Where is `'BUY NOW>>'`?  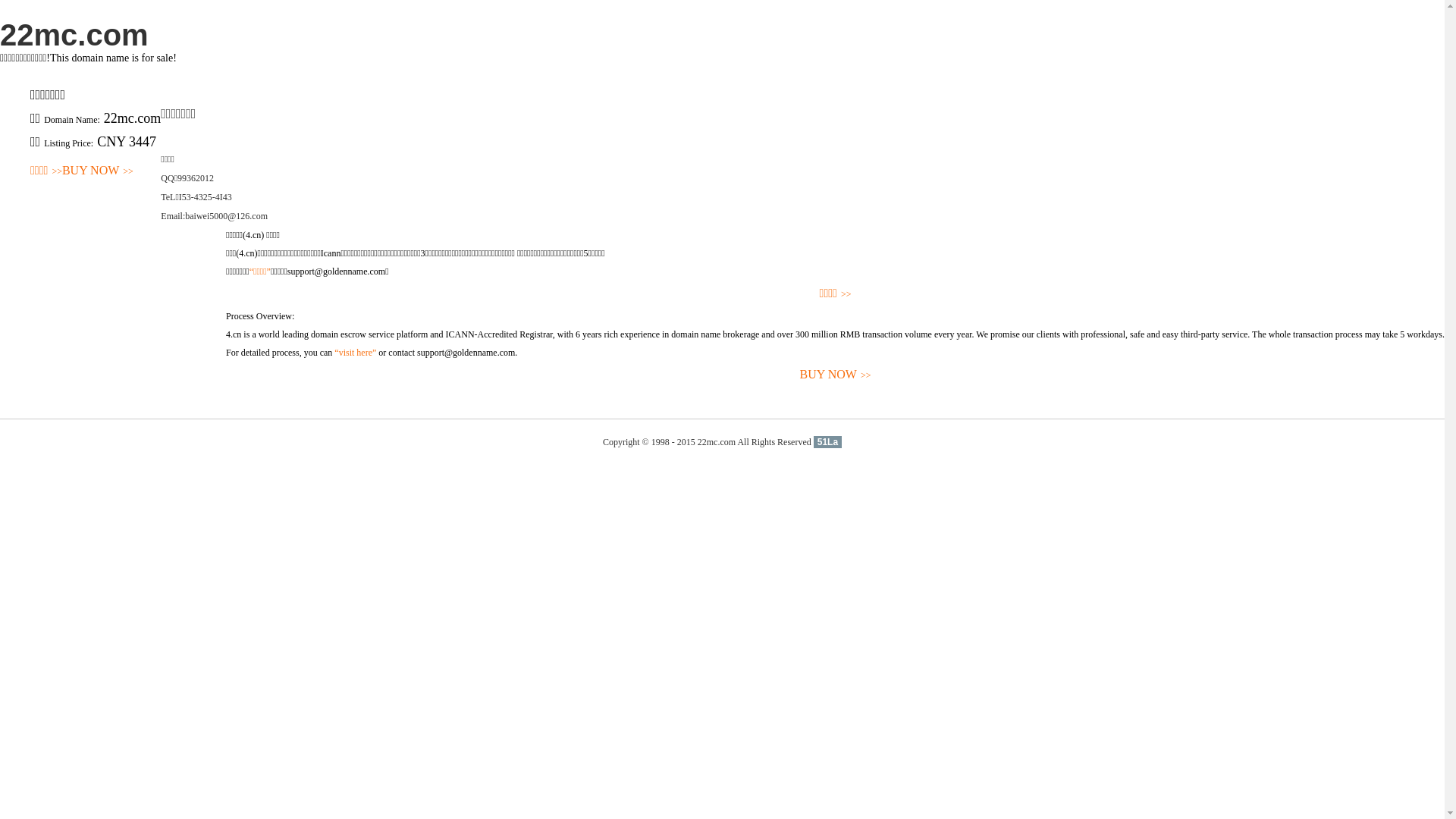
'BUY NOW>>' is located at coordinates (97, 171).